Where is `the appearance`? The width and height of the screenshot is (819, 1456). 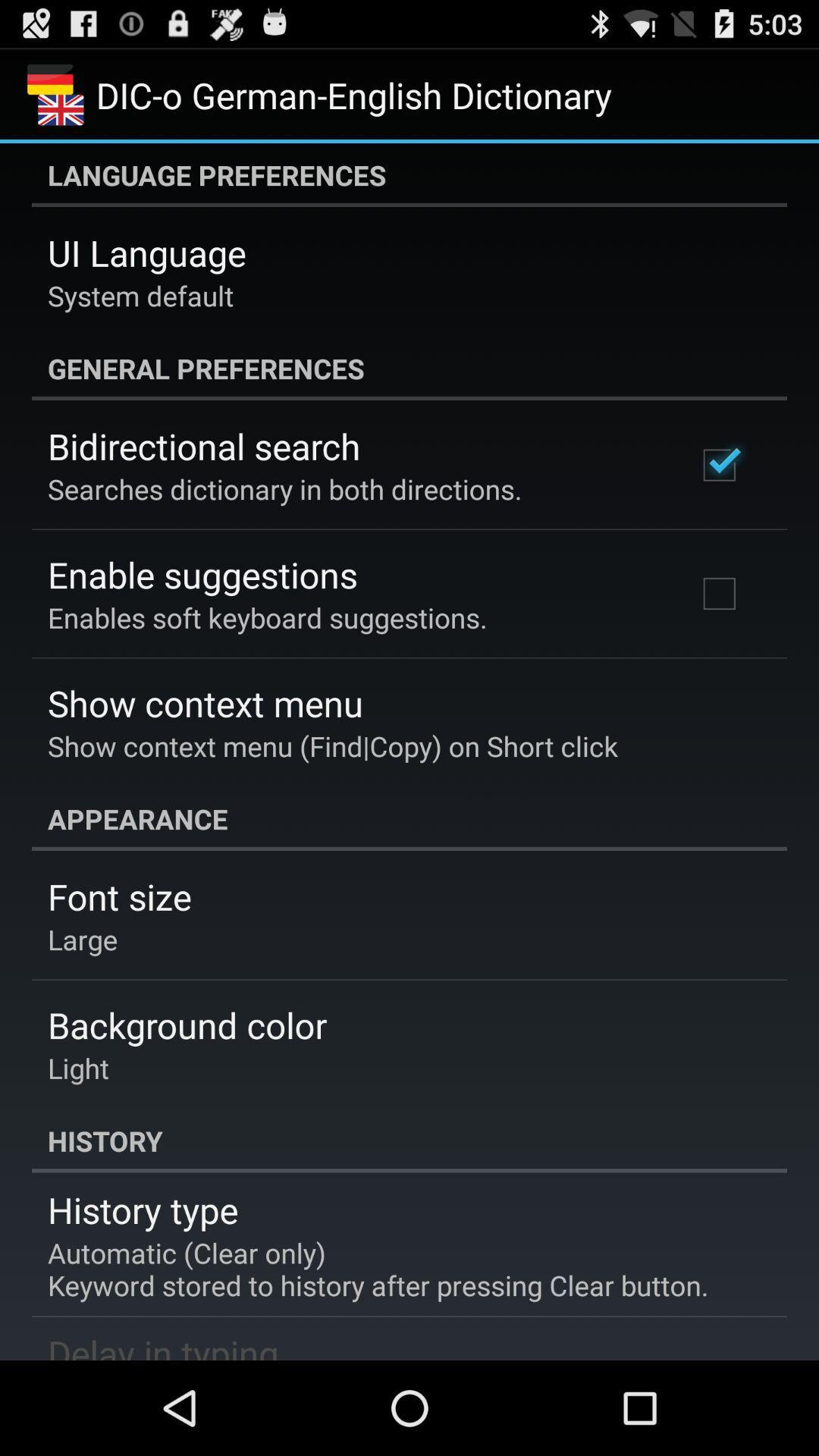
the appearance is located at coordinates (409, 818).